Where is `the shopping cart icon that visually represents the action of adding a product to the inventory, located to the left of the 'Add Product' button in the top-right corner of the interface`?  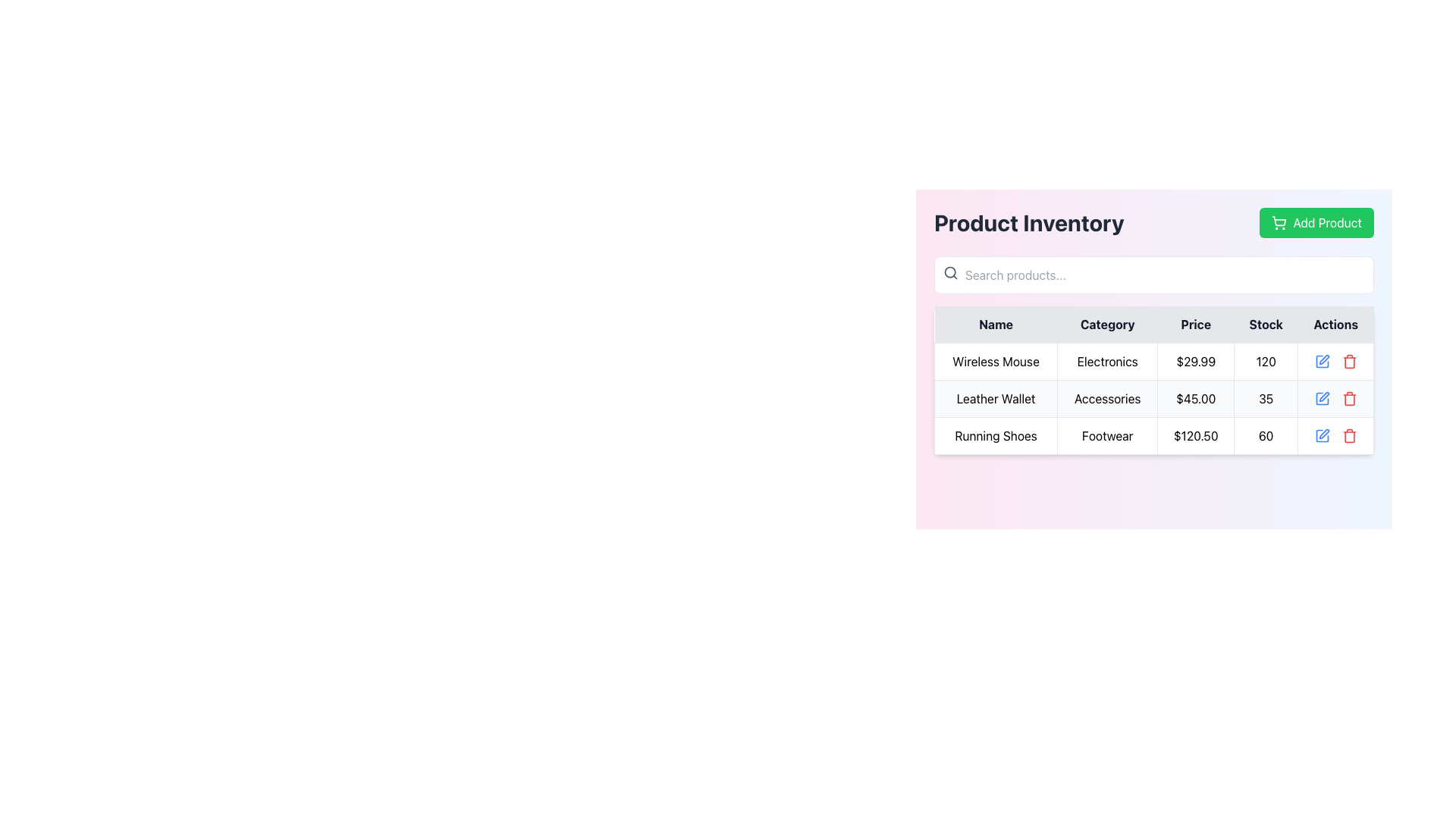
the shopping cart icon that visually represents the action of adding a product to the inventory, located to the left of the 'Add Product' button in the top-right corner of the interface is located at coordinates (1279, 222).